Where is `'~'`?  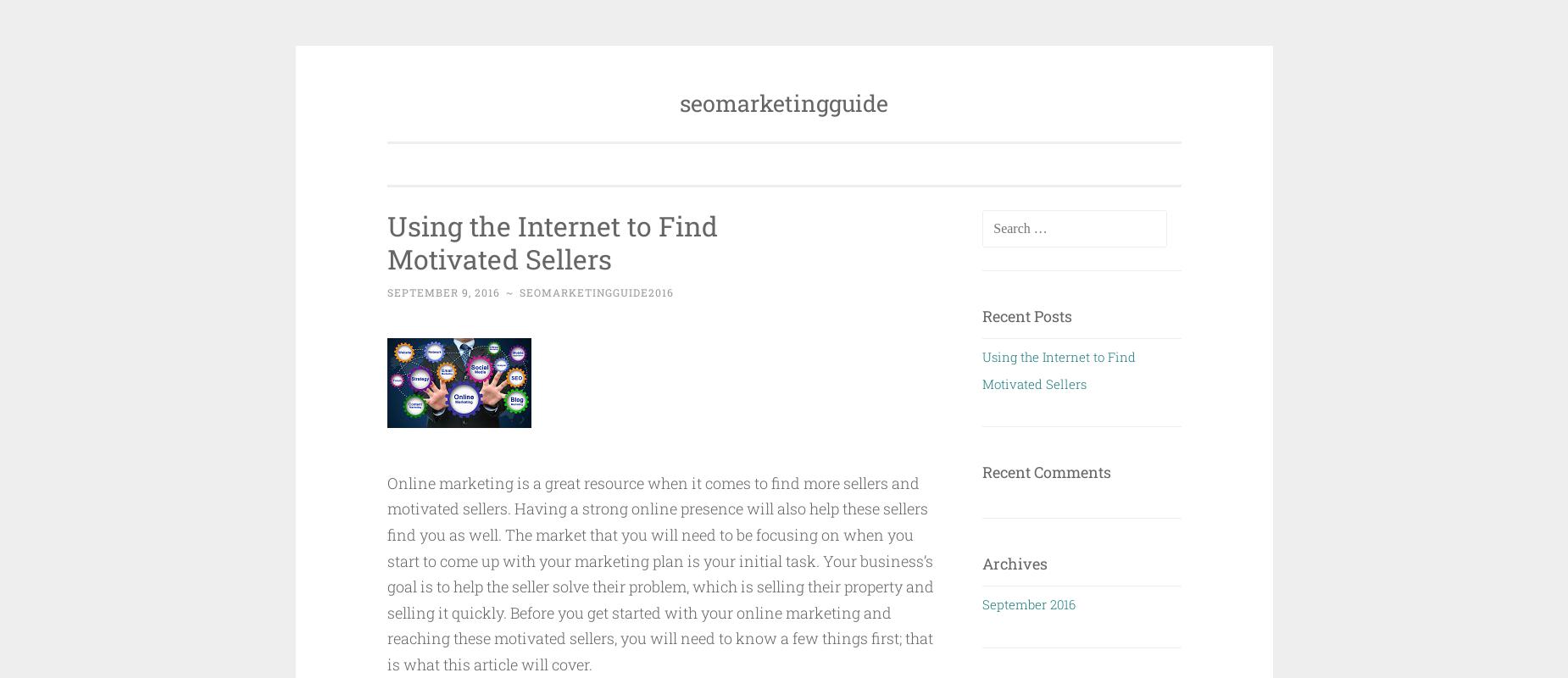 '~' is located at coordinates (509, 292).